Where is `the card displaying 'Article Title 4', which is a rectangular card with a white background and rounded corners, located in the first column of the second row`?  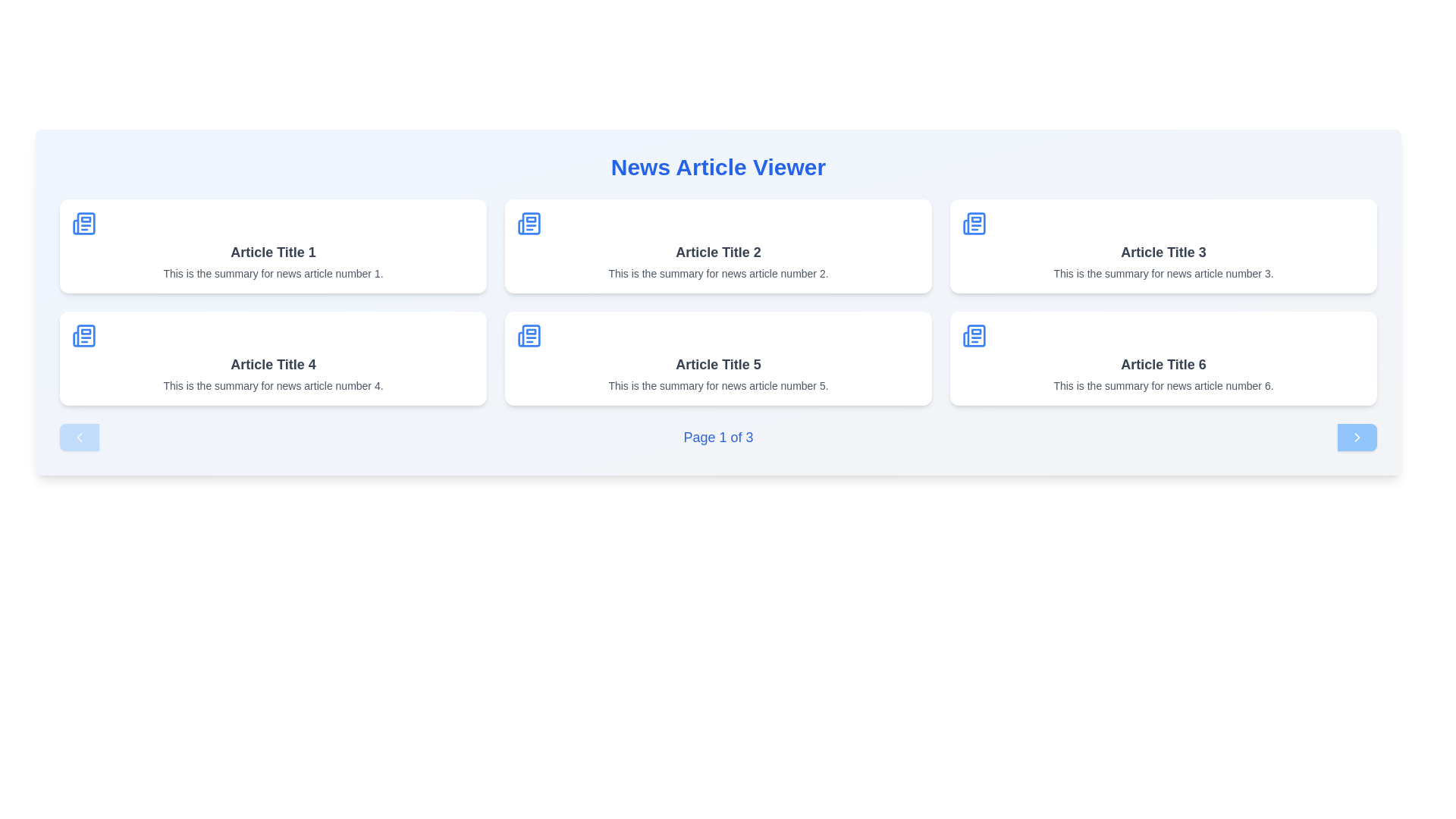 the card displaying 'Article Title 4', which is a rectangular card with a white background and rounded corners, located in the first column of the second row is located at coordinates (273, 359).